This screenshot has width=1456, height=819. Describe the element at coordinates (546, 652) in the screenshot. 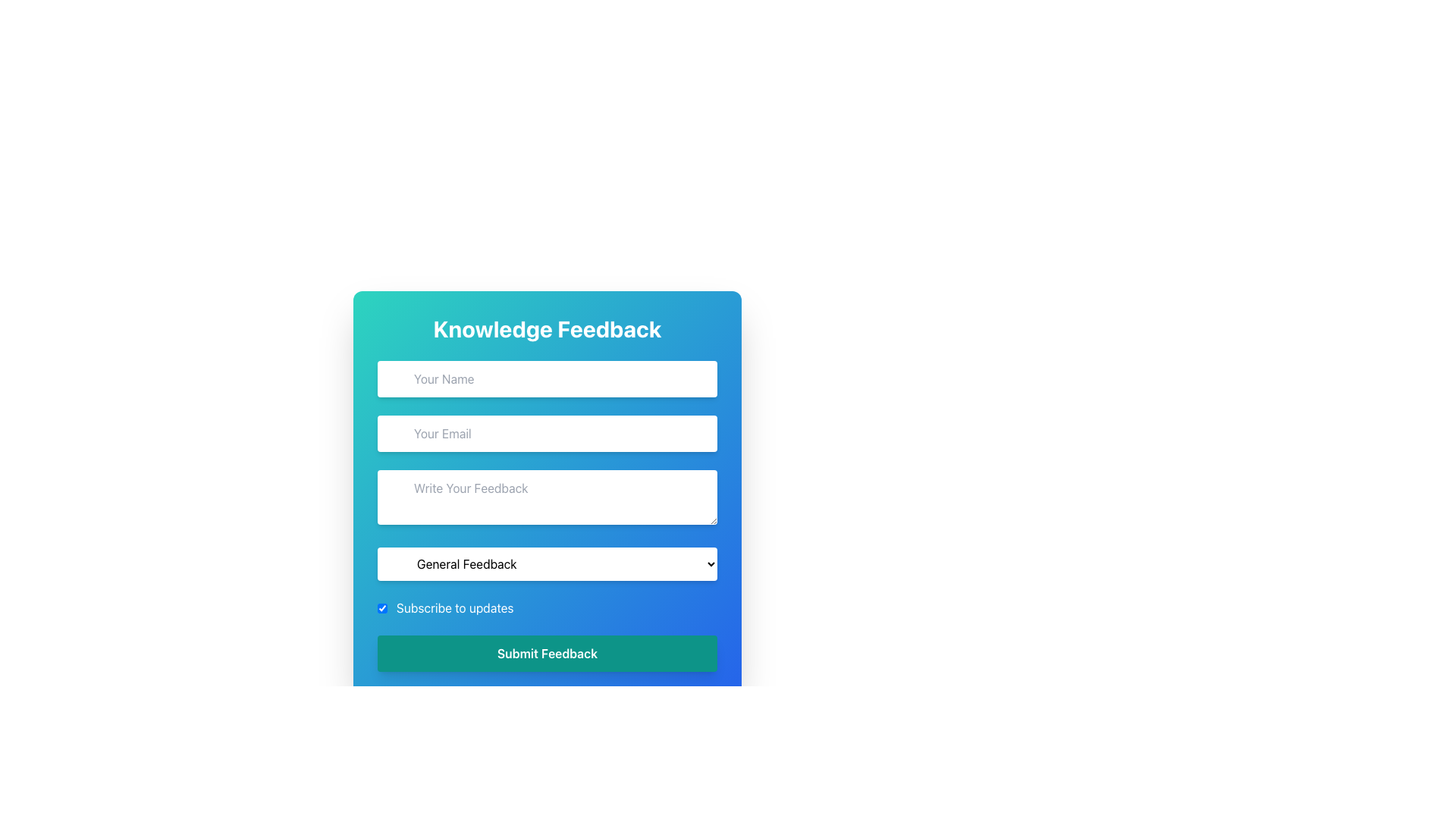

I see `the feedback submission button located below the 'Subscribe to updates' checkbox to observe visual styling changes` at that location.